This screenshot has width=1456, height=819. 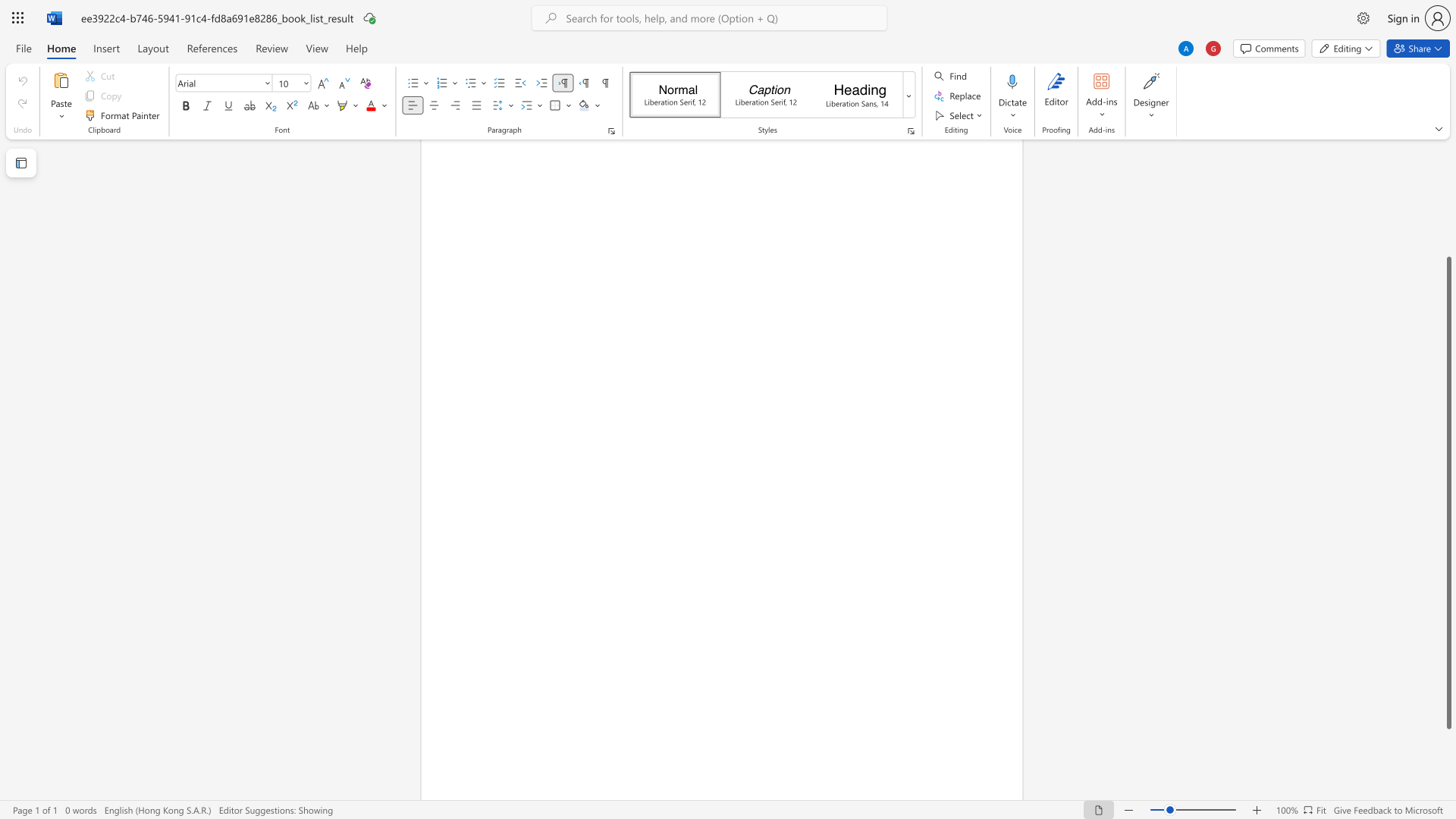 I want to click on the scrollbar on the right, so click(x=1448, y=166).